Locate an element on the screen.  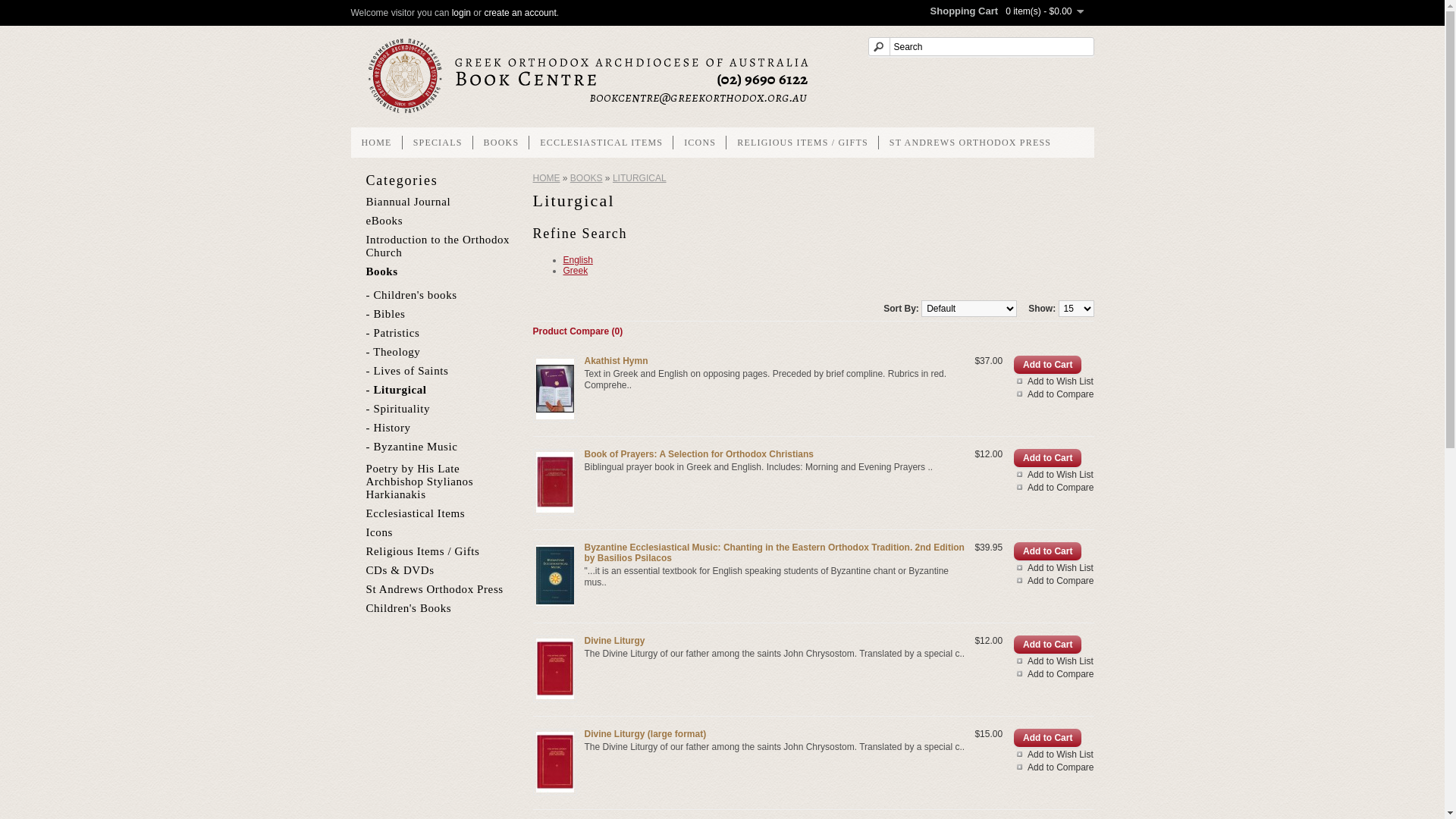
'- History' is located at coordinates (440, 428).